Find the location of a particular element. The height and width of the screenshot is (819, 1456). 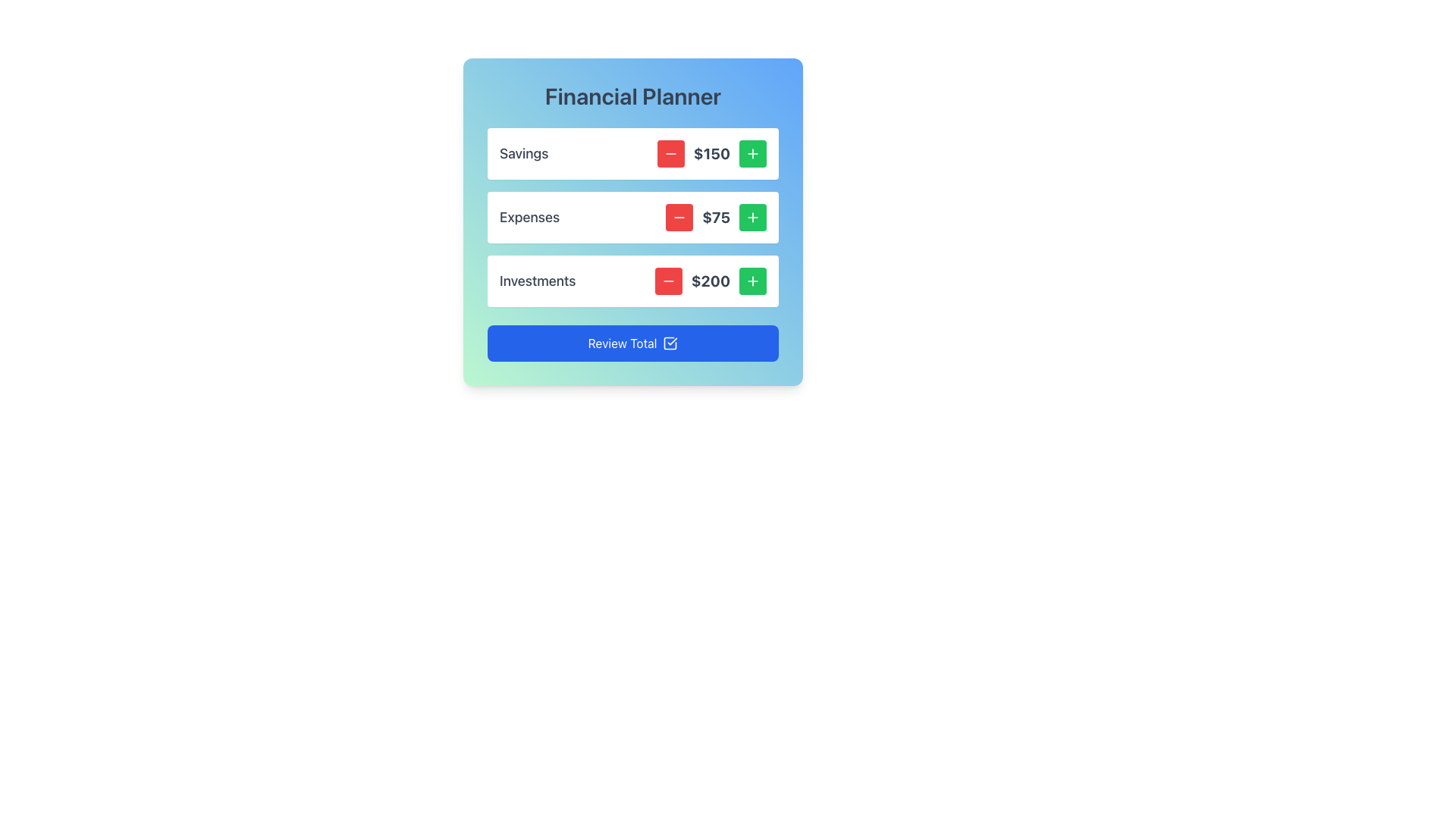

the numeric display showing the monetary value for the 'Expenses' category, located between the red subtract button and the green add button is located at coordinates (715, 217).